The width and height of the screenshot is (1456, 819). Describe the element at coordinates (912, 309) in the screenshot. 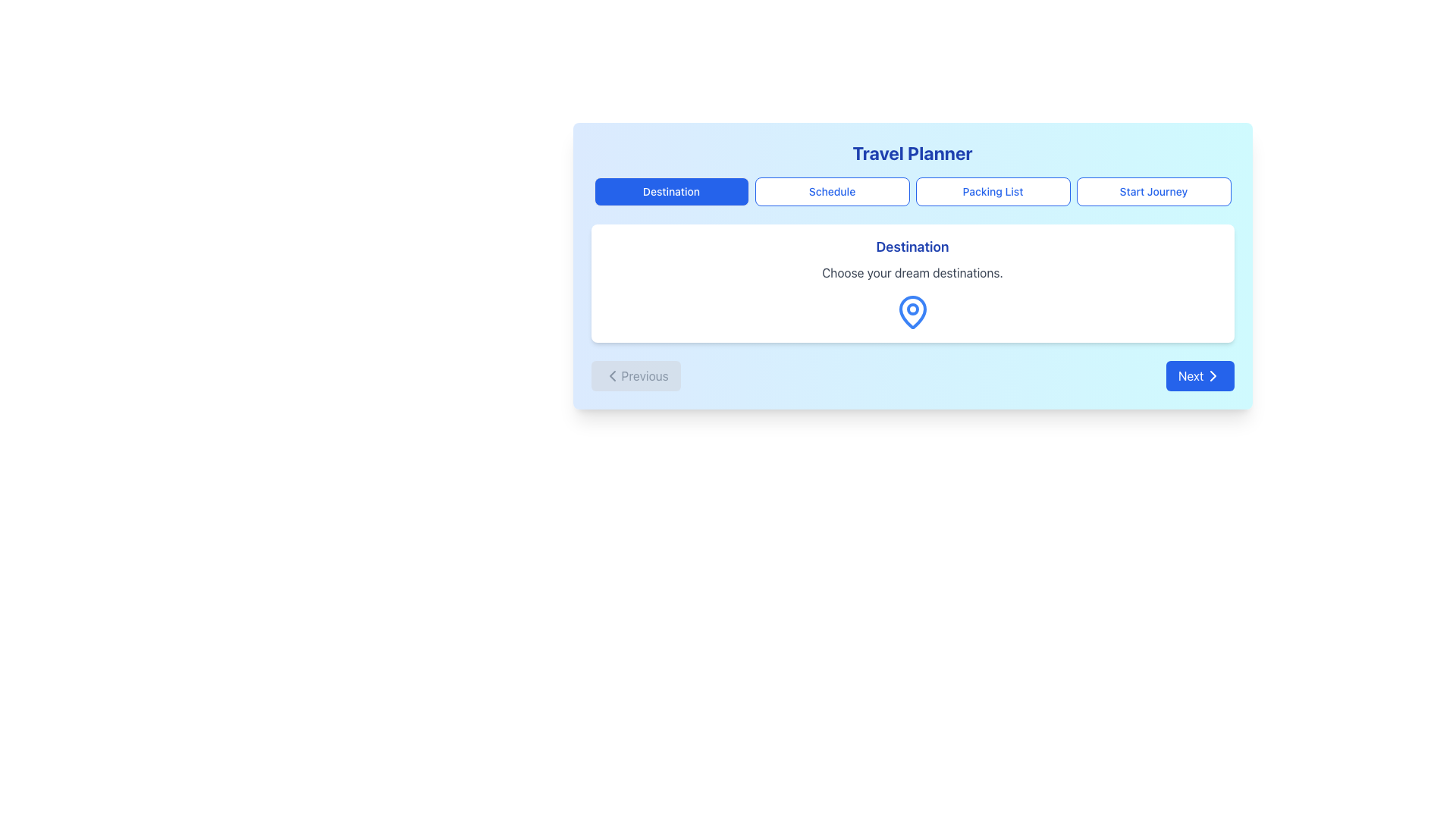

I see `the small SVG circle that is part of the location pin icon, positioned at the center of the 'Destination' content box` at that location.